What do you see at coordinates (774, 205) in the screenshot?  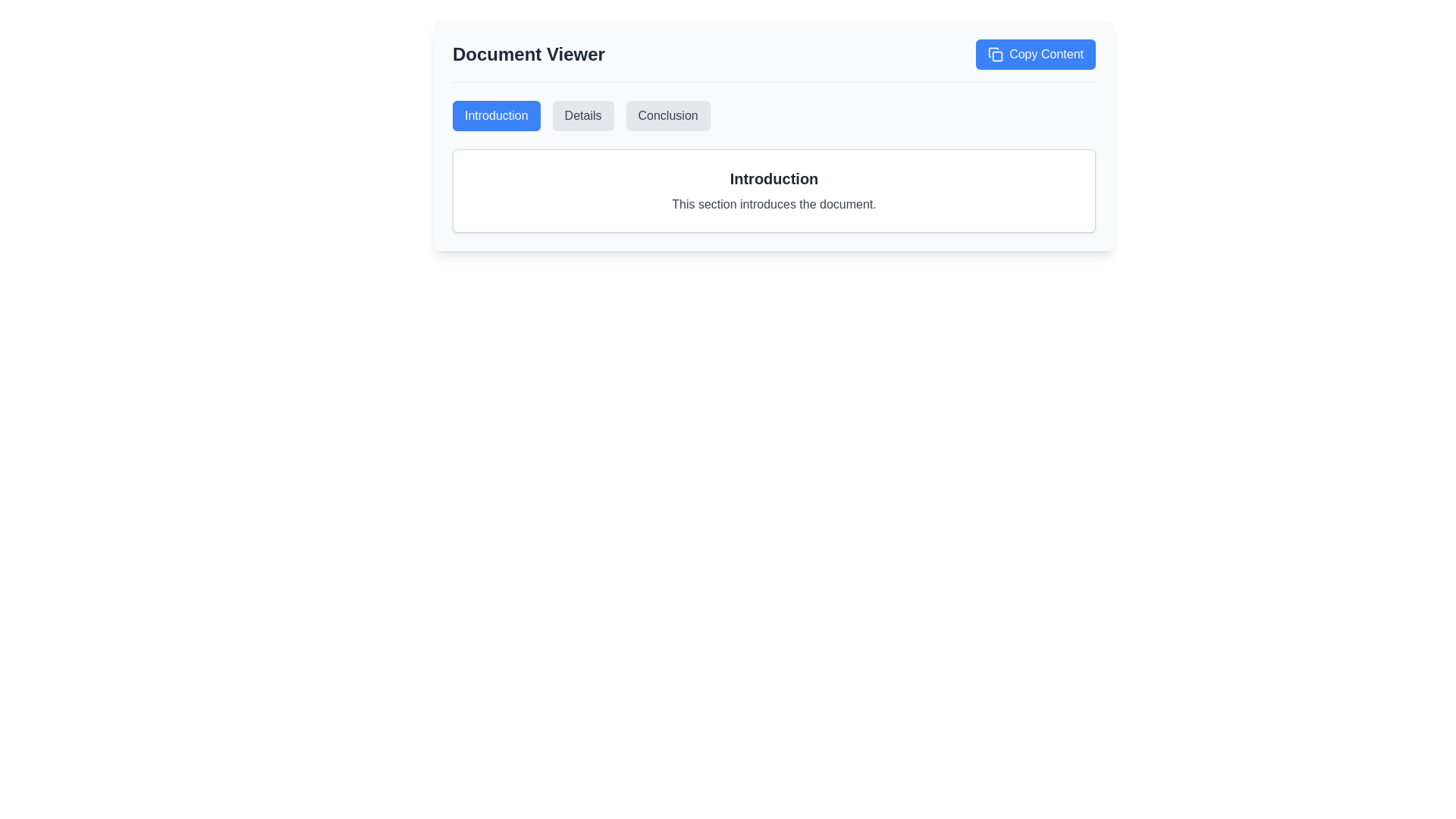 I see `descriptive text element located within the card, positioned directly below the header text 'Introduction'` at bounding box center [774, 205].